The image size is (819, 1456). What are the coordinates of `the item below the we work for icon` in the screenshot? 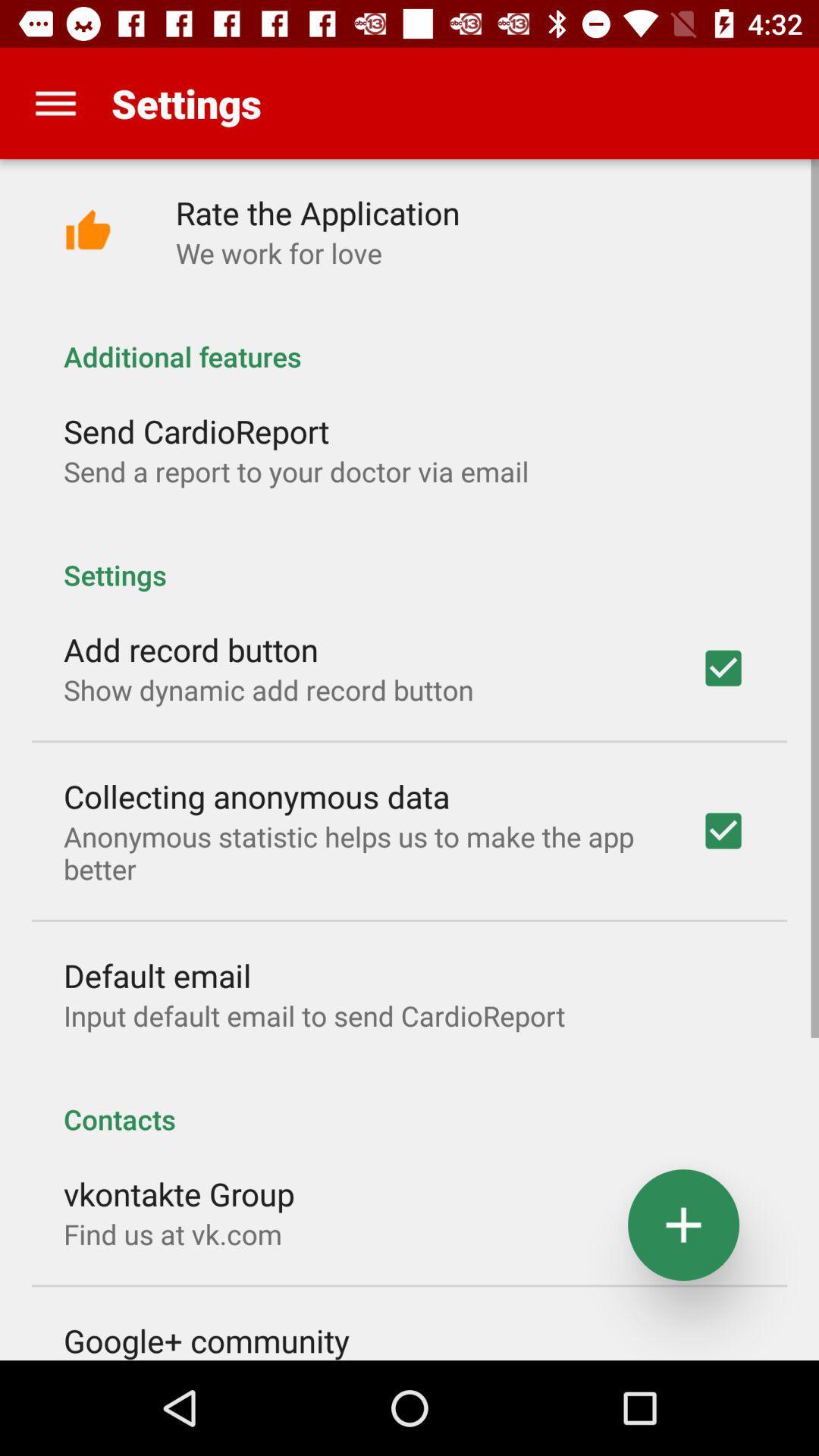 It's located at (409, 340).